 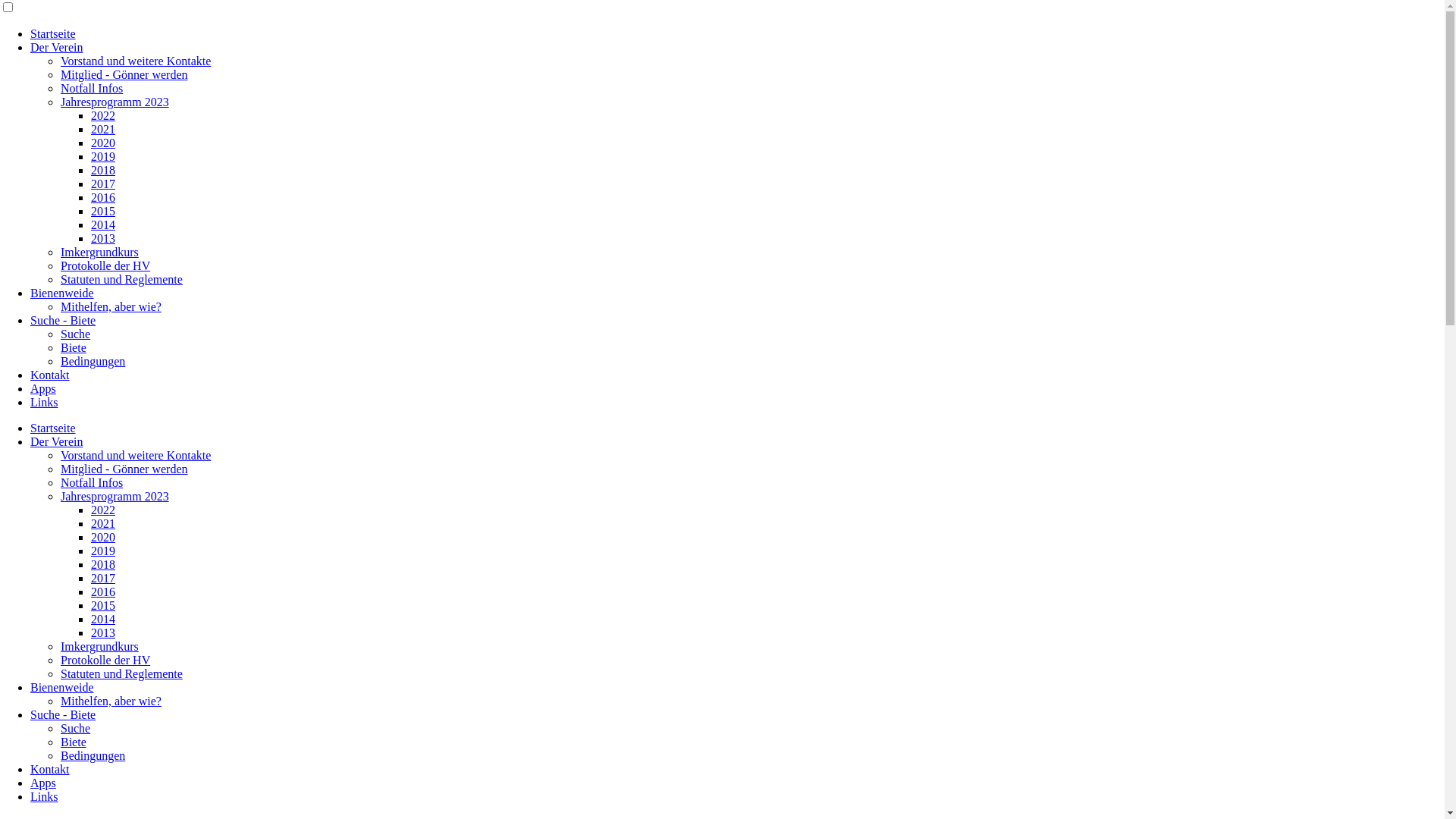 I want to click on 'Apps', so click(x=30, y=783).